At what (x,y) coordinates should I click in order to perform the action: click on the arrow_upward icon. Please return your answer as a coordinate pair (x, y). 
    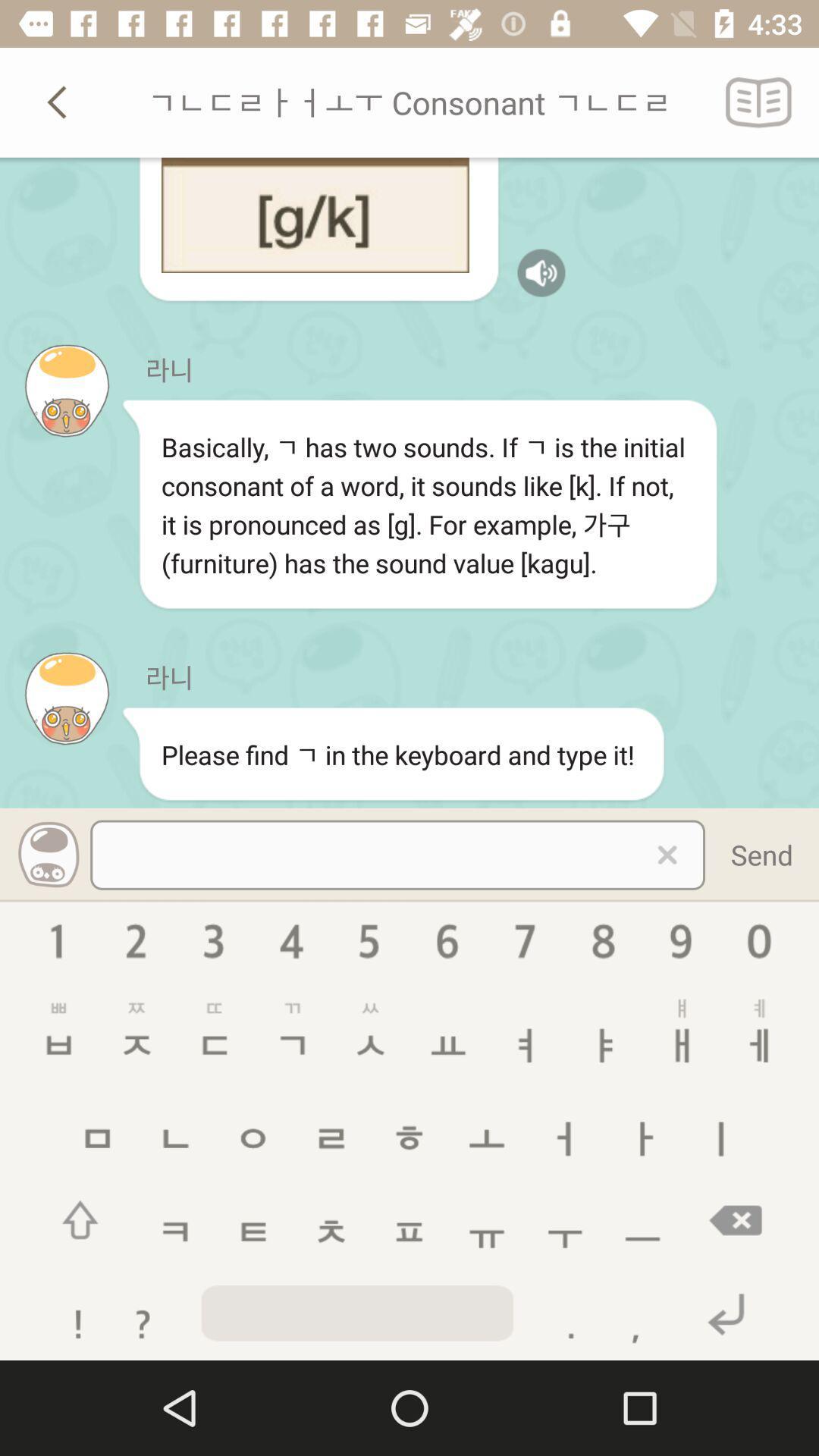
    Looking at the image, I should click on (80, 1220).